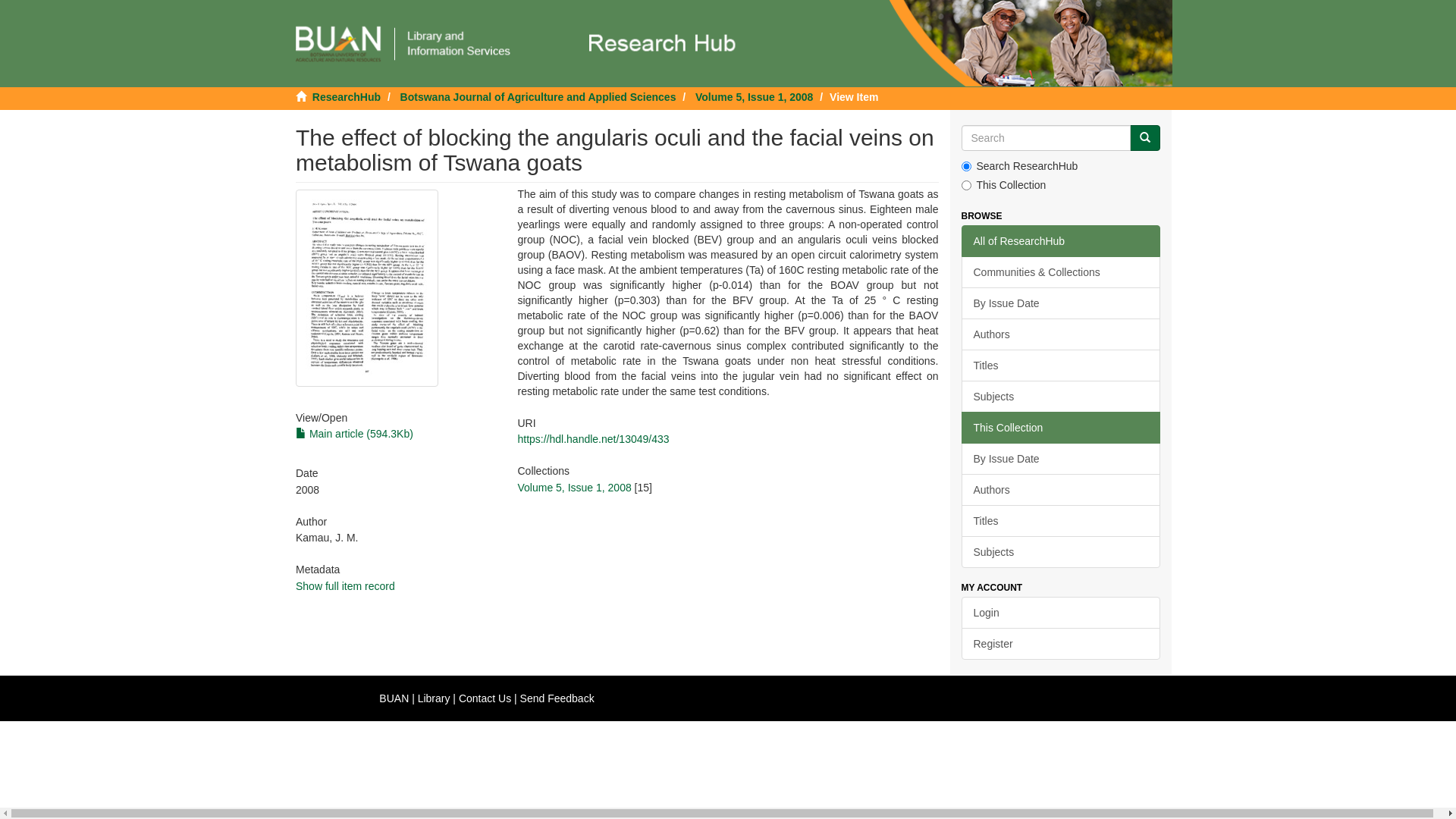  I want to click on 'Send Feedback', so click(556, 698).